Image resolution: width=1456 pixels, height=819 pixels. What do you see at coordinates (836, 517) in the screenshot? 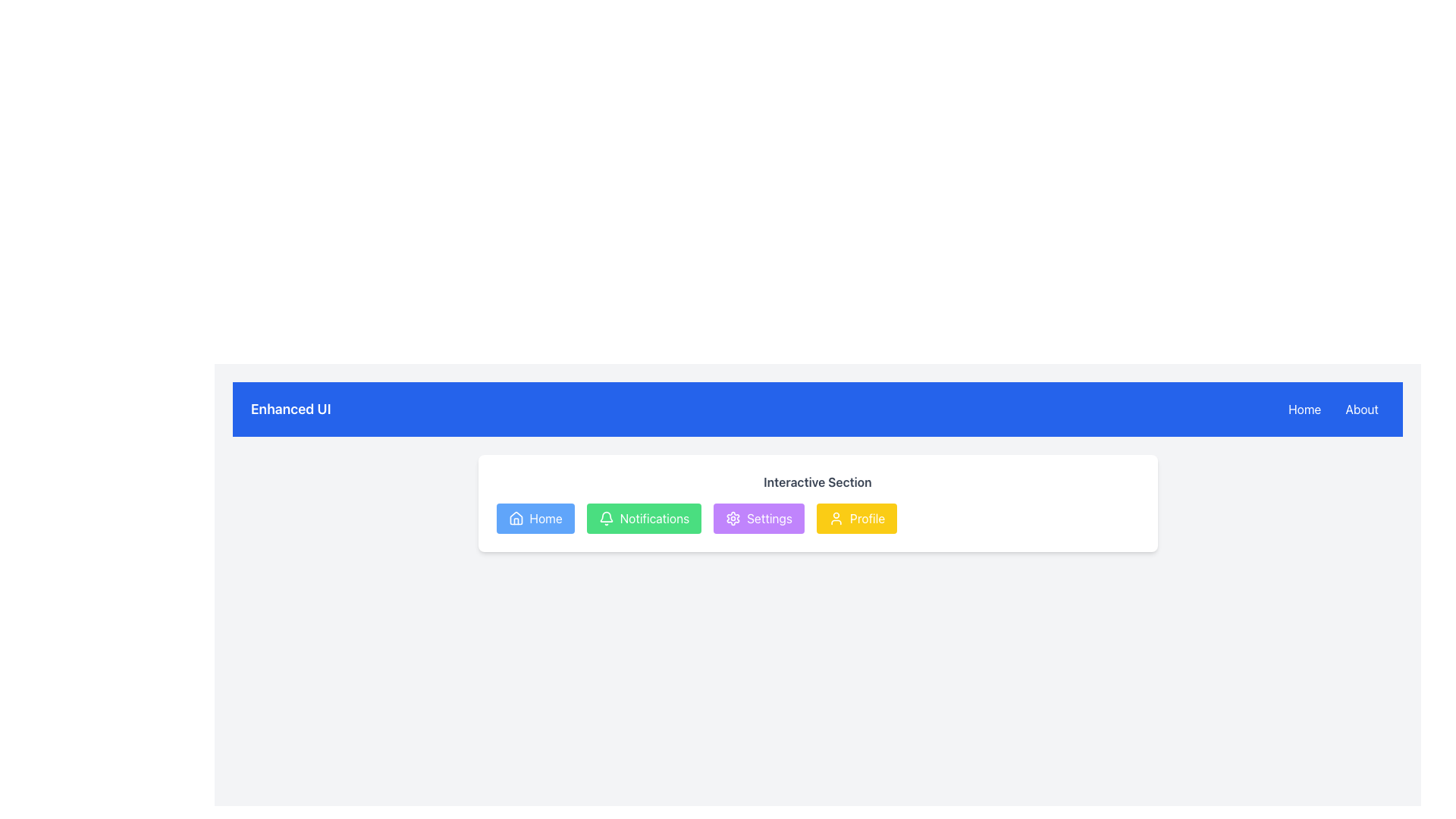
I see `the Decorative icon with a user silhouette that is located within the yellow 'Profile' button in the lower interactive section of the page` at bounding box center [836, 517].